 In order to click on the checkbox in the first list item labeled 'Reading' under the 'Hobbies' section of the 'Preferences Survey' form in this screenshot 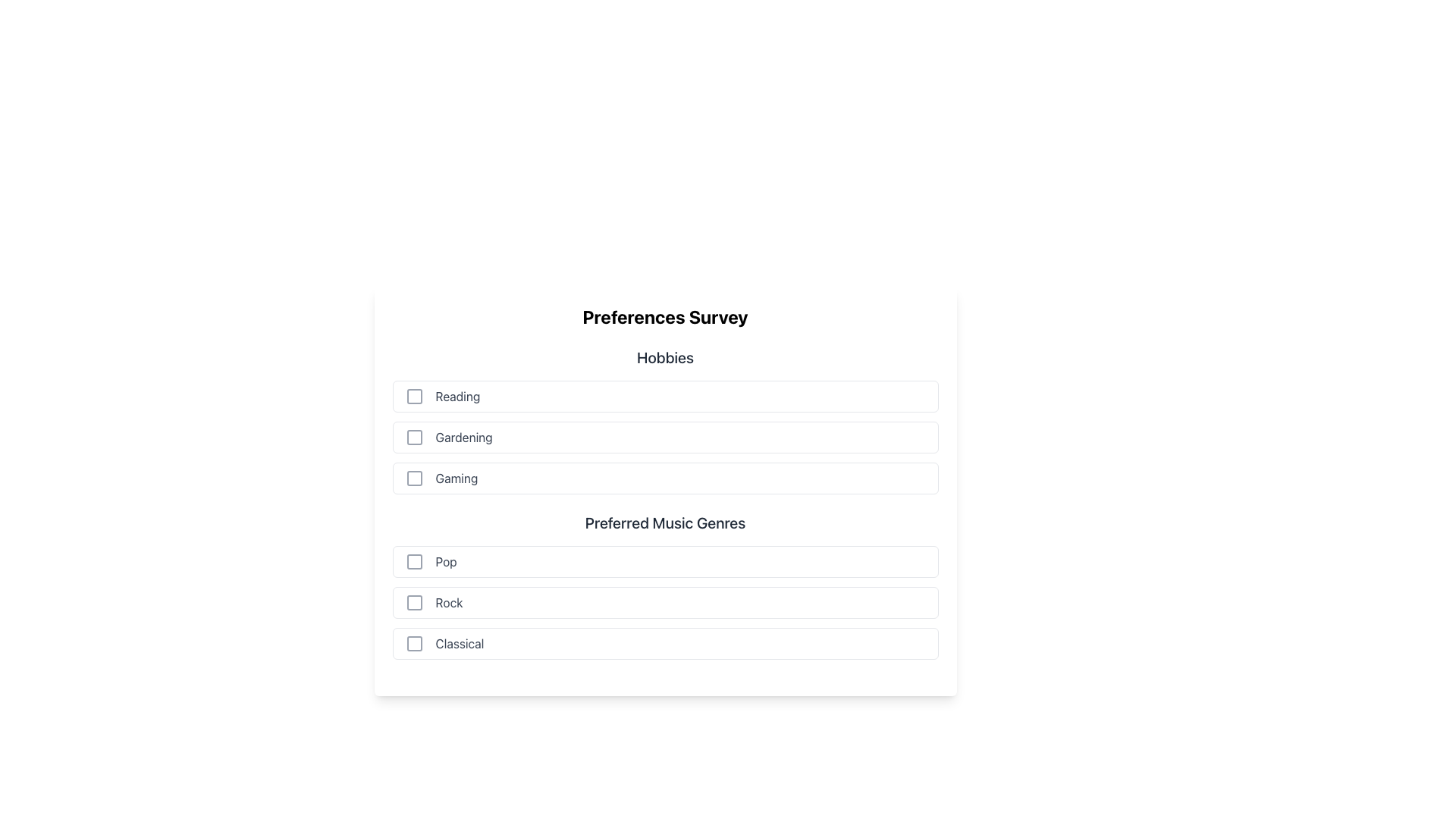, I will do `click(665, 396)`.